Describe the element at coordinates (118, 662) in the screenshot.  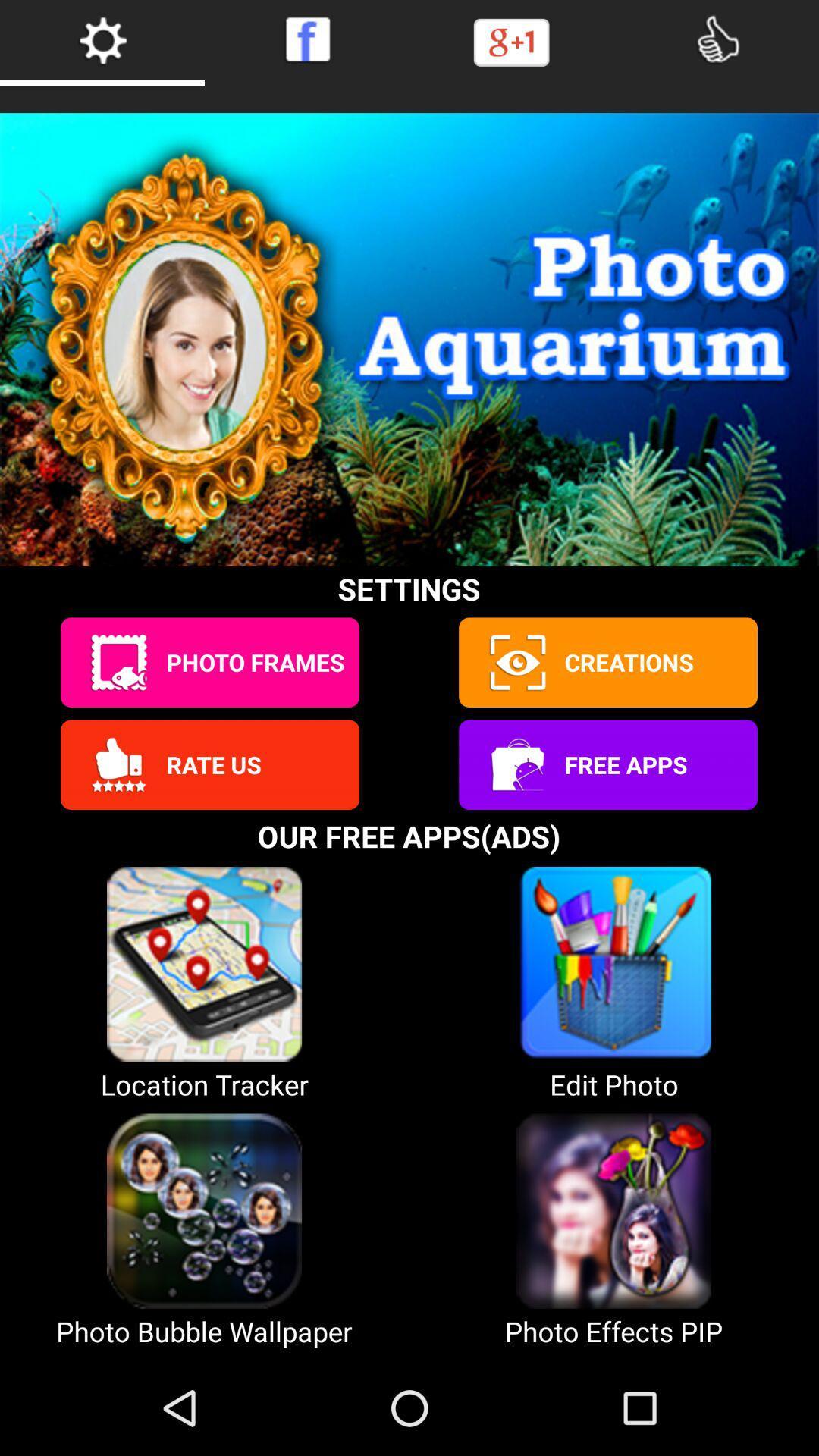
I see `edit photo` at that location.